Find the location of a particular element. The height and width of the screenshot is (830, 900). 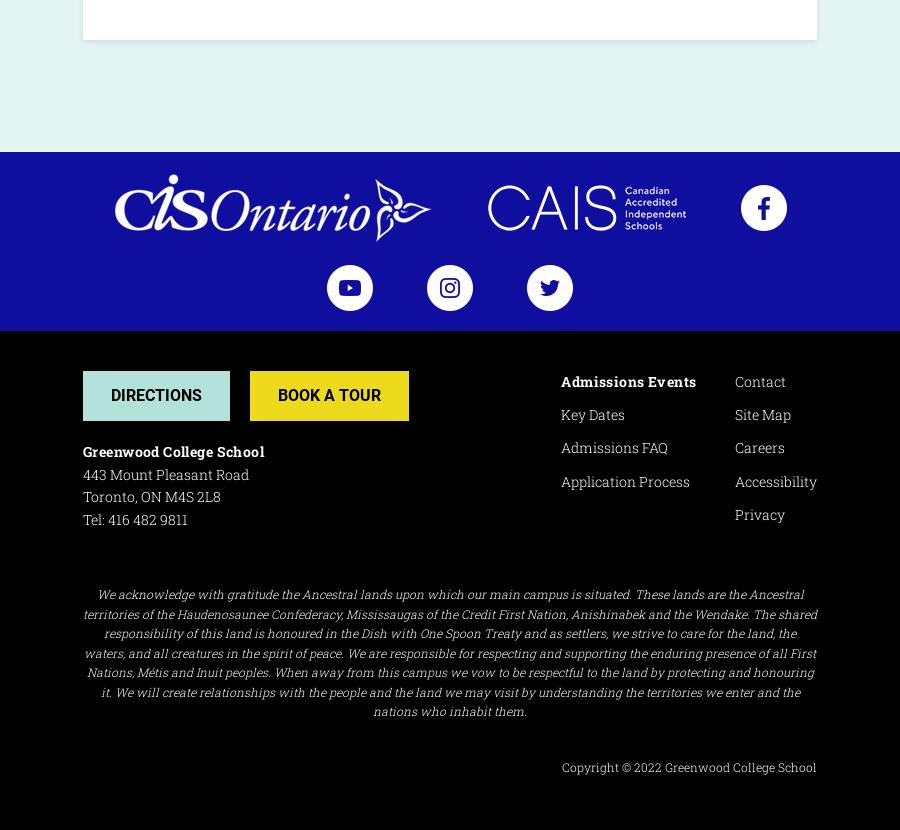

'Admissions FAQ' is located at coordinates (614, 447).